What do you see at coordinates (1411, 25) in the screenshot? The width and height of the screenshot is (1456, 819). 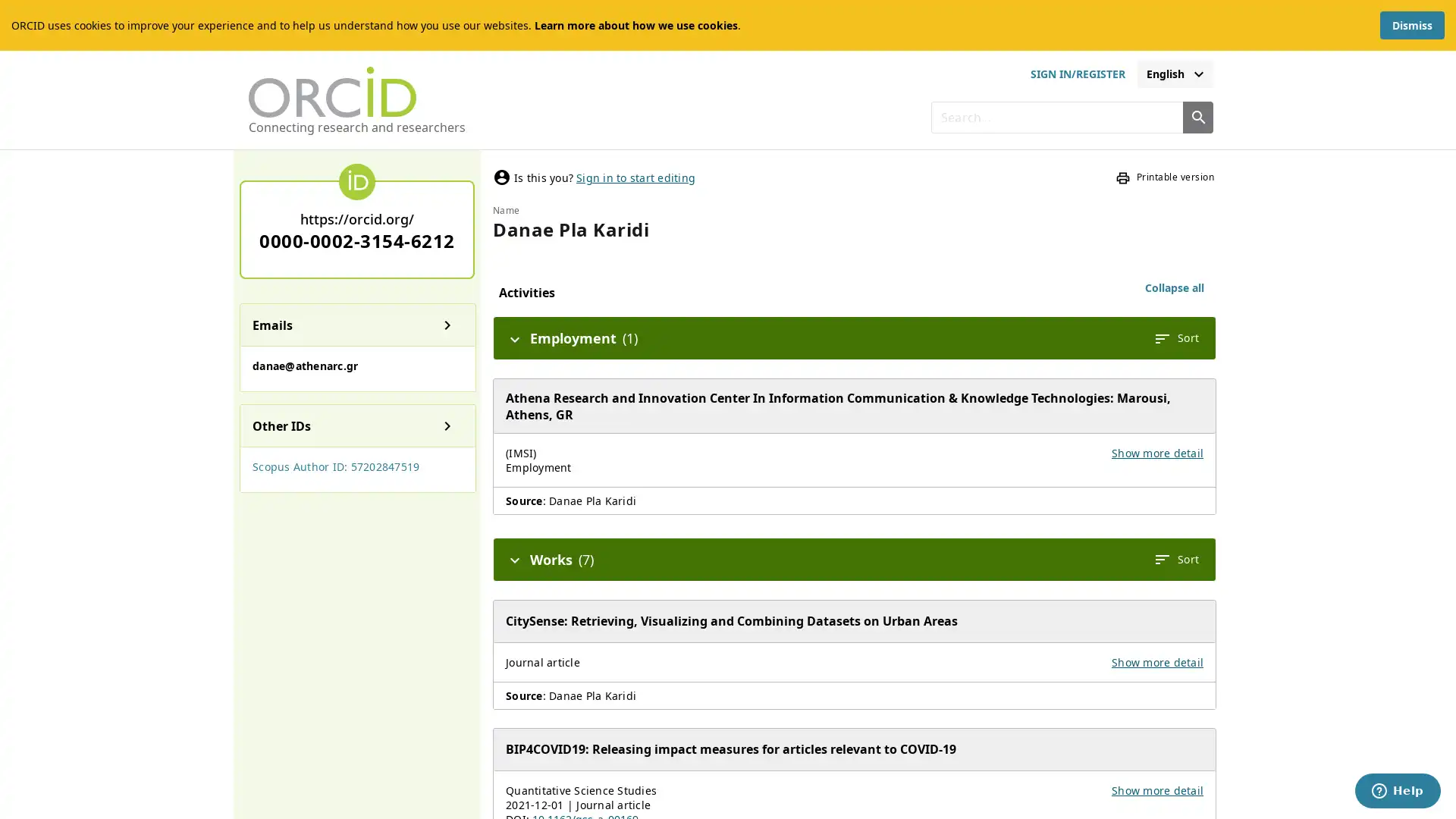 I see `Dismiss` at bounding box center [1411, 25].